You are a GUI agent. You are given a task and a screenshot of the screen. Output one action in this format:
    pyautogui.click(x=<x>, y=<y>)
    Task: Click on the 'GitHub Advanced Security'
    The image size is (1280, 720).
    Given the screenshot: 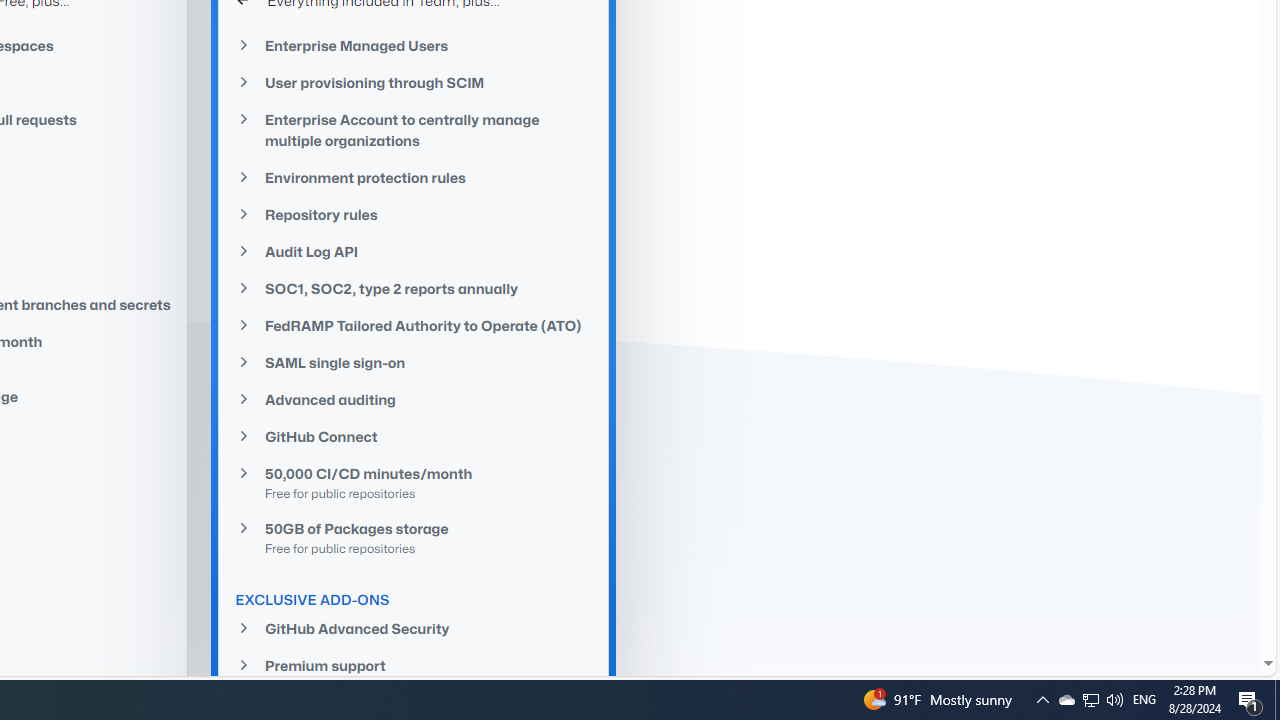 What is the action you would take?
    pyautogui.click(x=413, y=627)
    